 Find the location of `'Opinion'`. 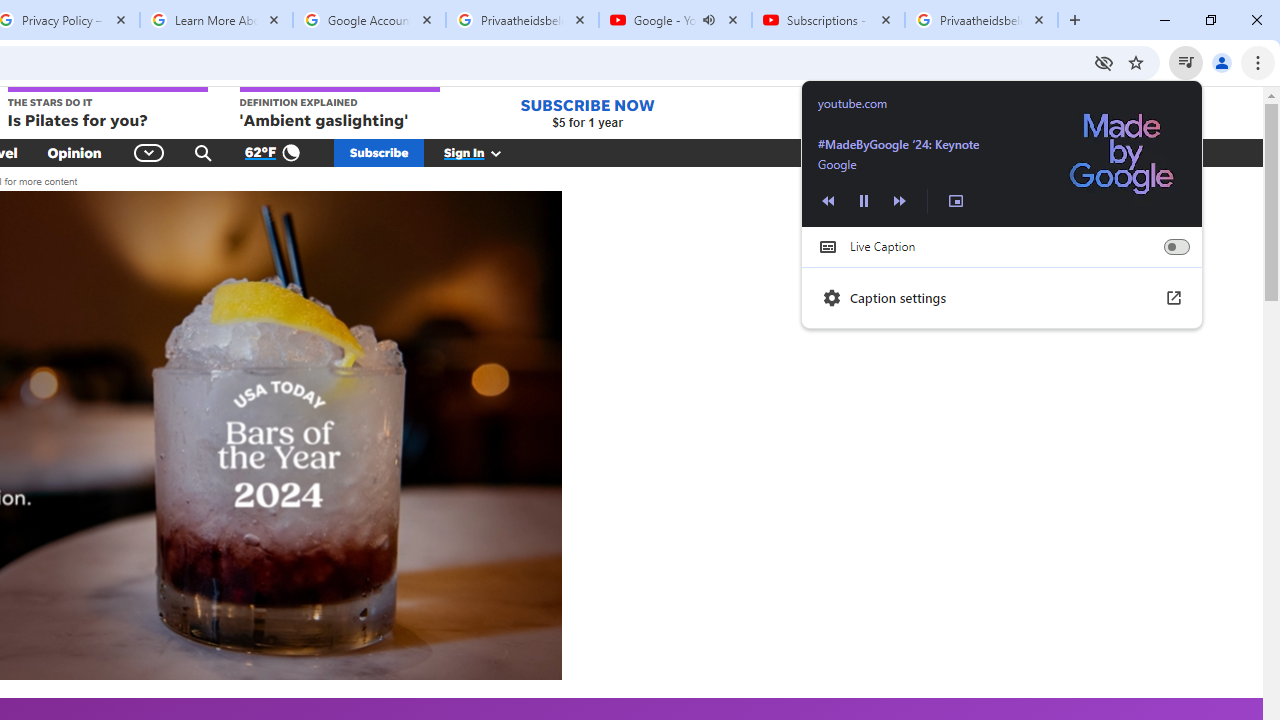

'Opinion' is located at coordinates (74, 152).